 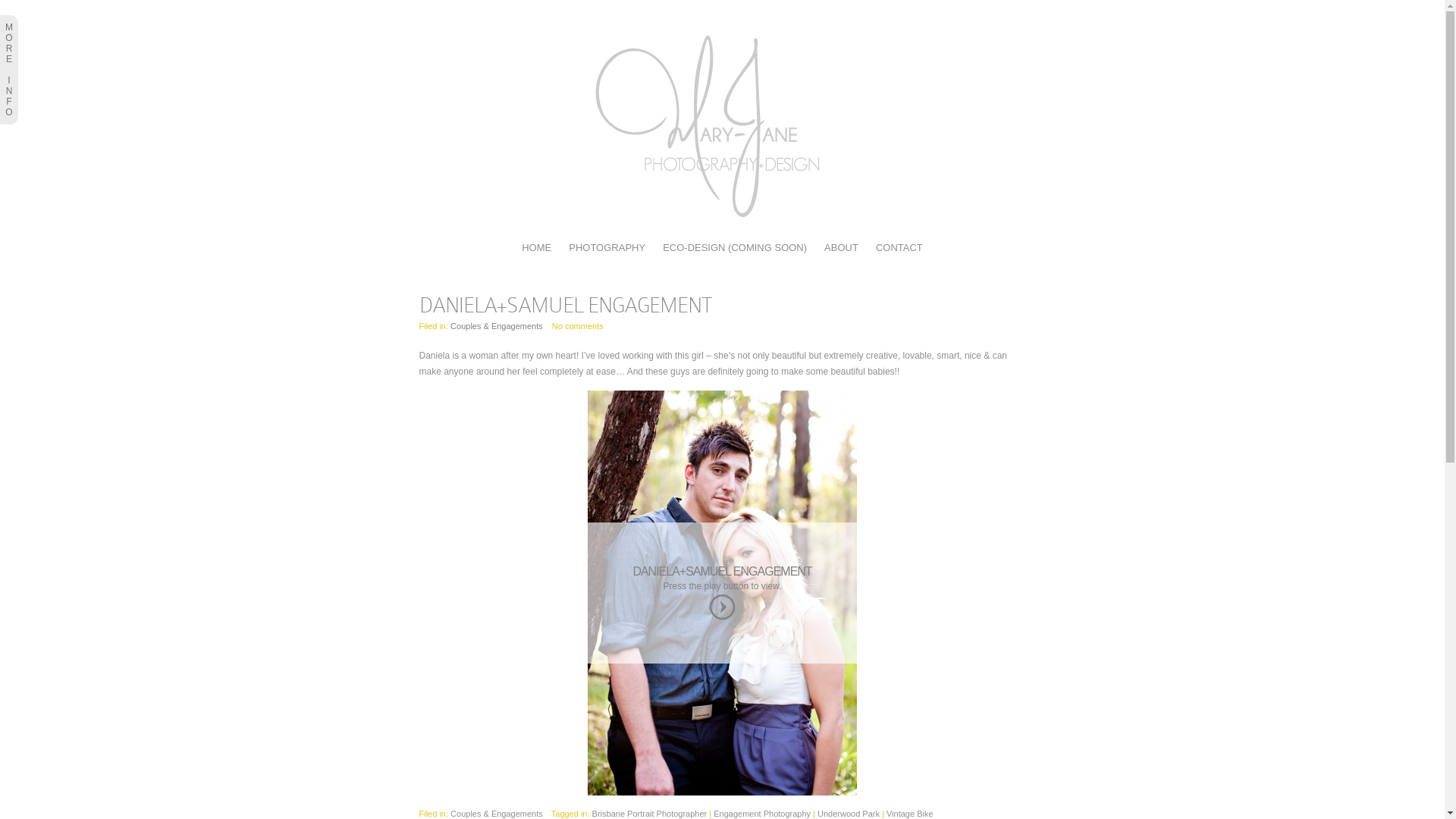 What do you see at coordinates (761, 812) in the screenshot?
I see `'Engagement Photography'` at bounding box center [761, 812].